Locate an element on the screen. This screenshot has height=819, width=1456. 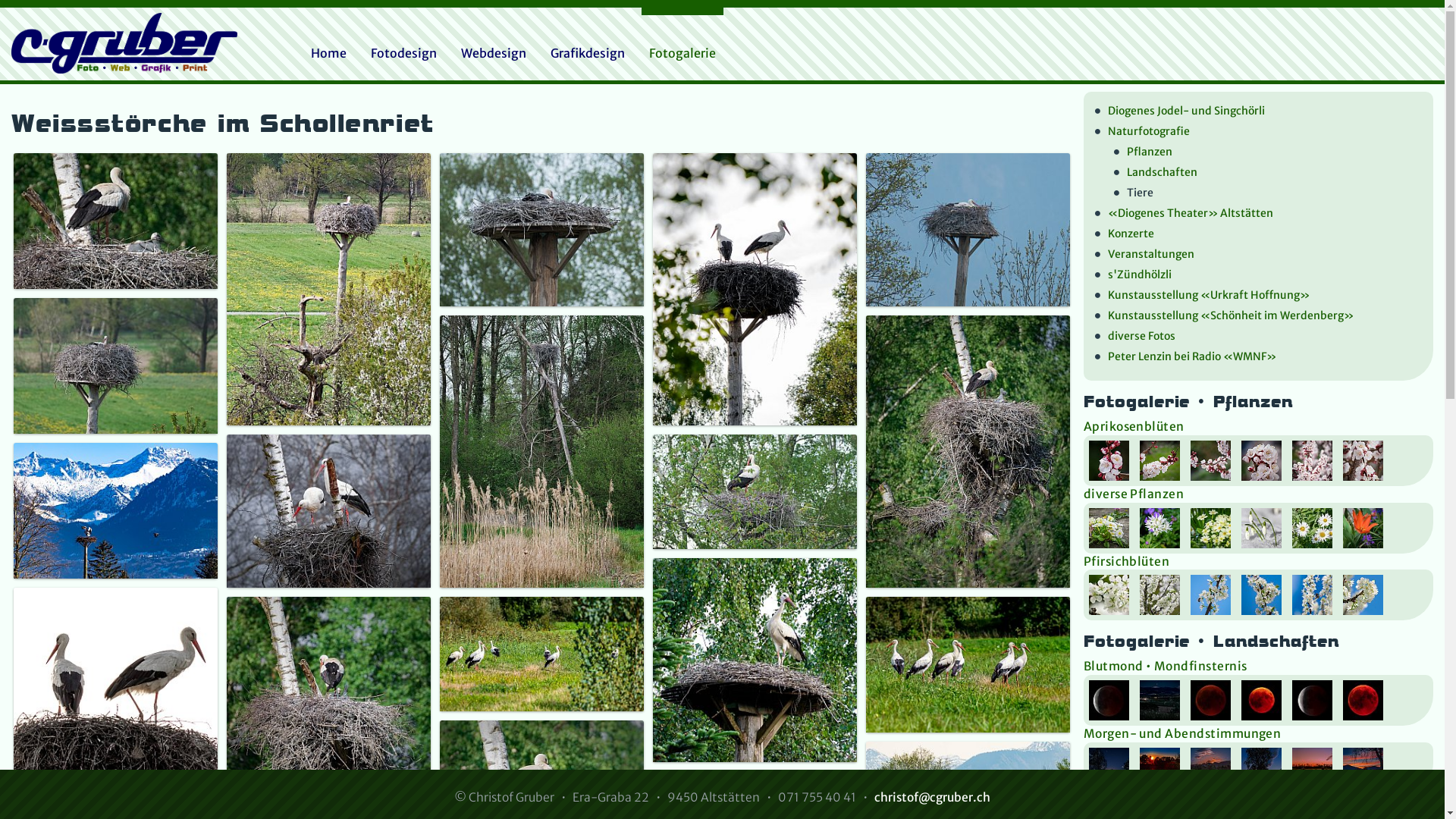
'Landschaften' is located at coordinates (1113, 172).